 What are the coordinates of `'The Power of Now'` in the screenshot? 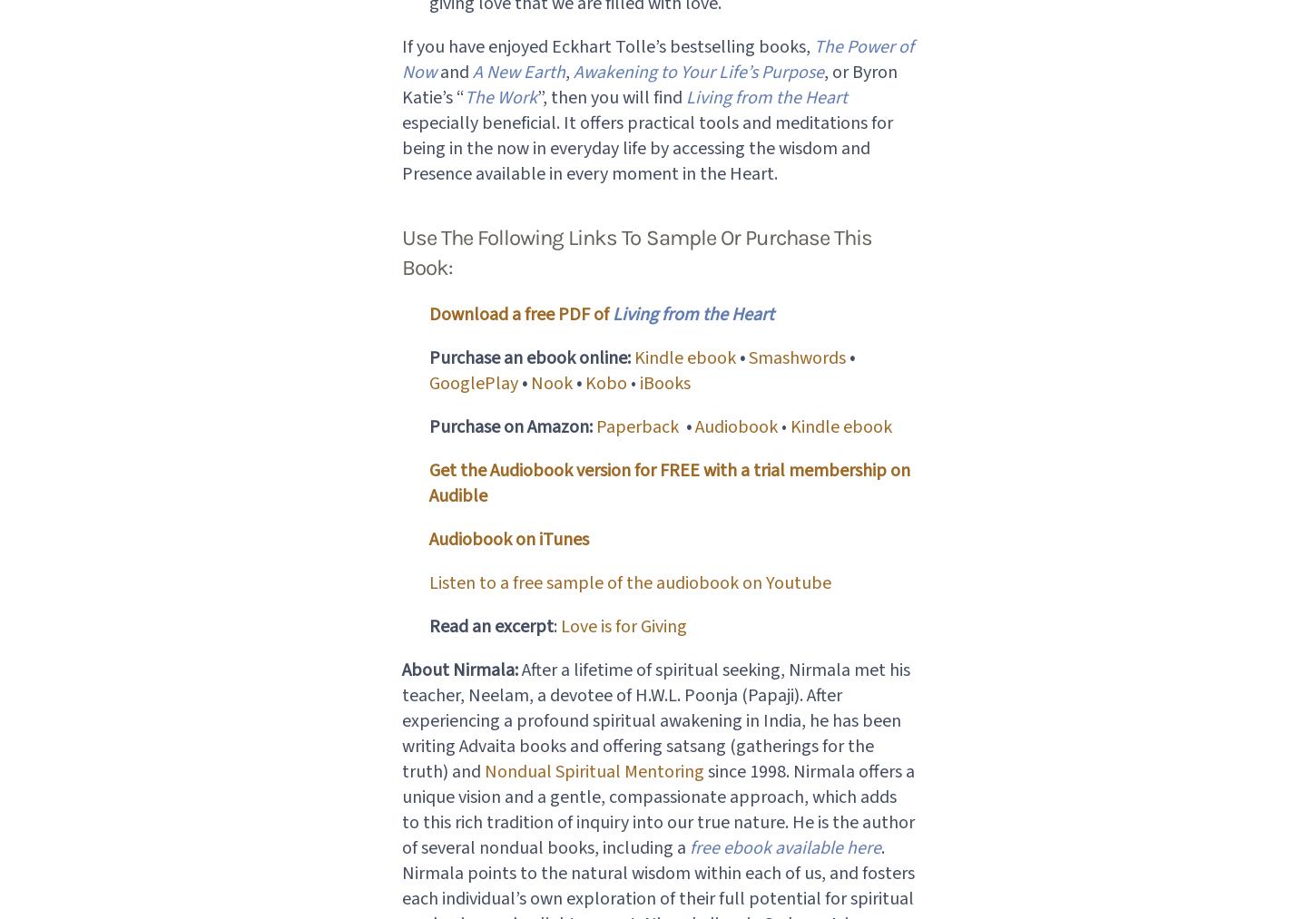 It's located at (399, 58).